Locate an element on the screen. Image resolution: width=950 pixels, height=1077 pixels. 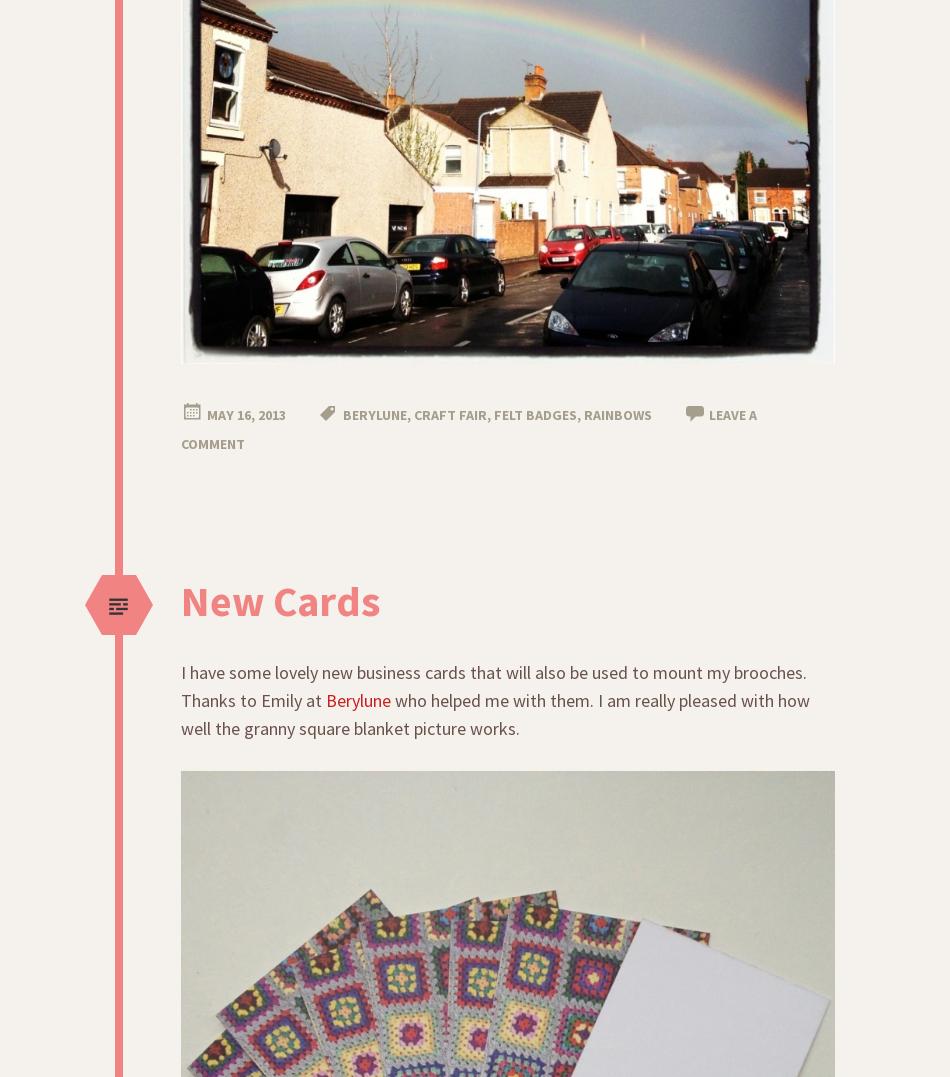
'who helped me with them. I am really pleased with how well the granny square blanket picture works.' is located at coordinates (495, 713).